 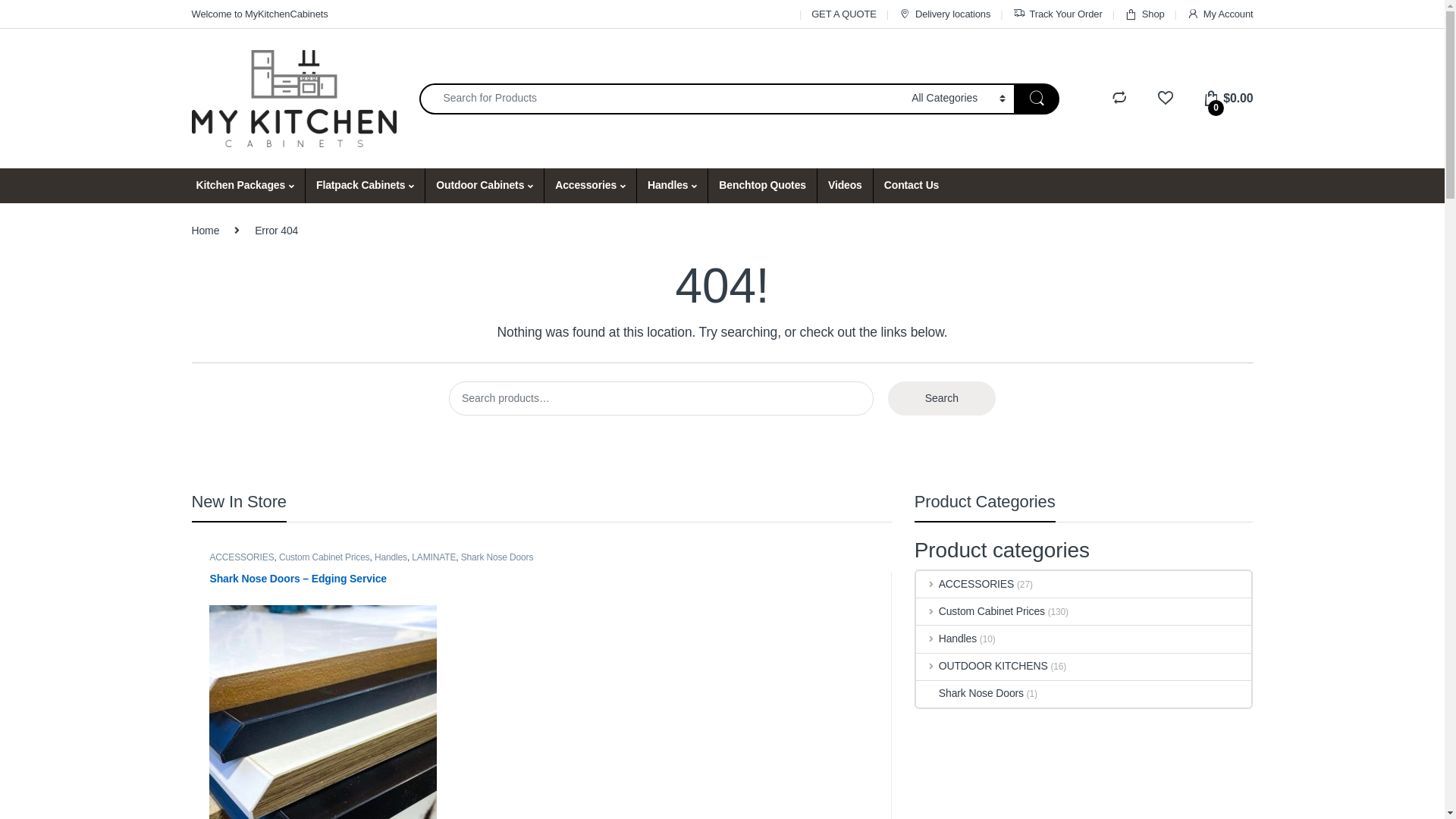 What do you see at coordinates (910, 185) in the screenshot?
I see `'Contact Us'` at bounding box center [910, 185].